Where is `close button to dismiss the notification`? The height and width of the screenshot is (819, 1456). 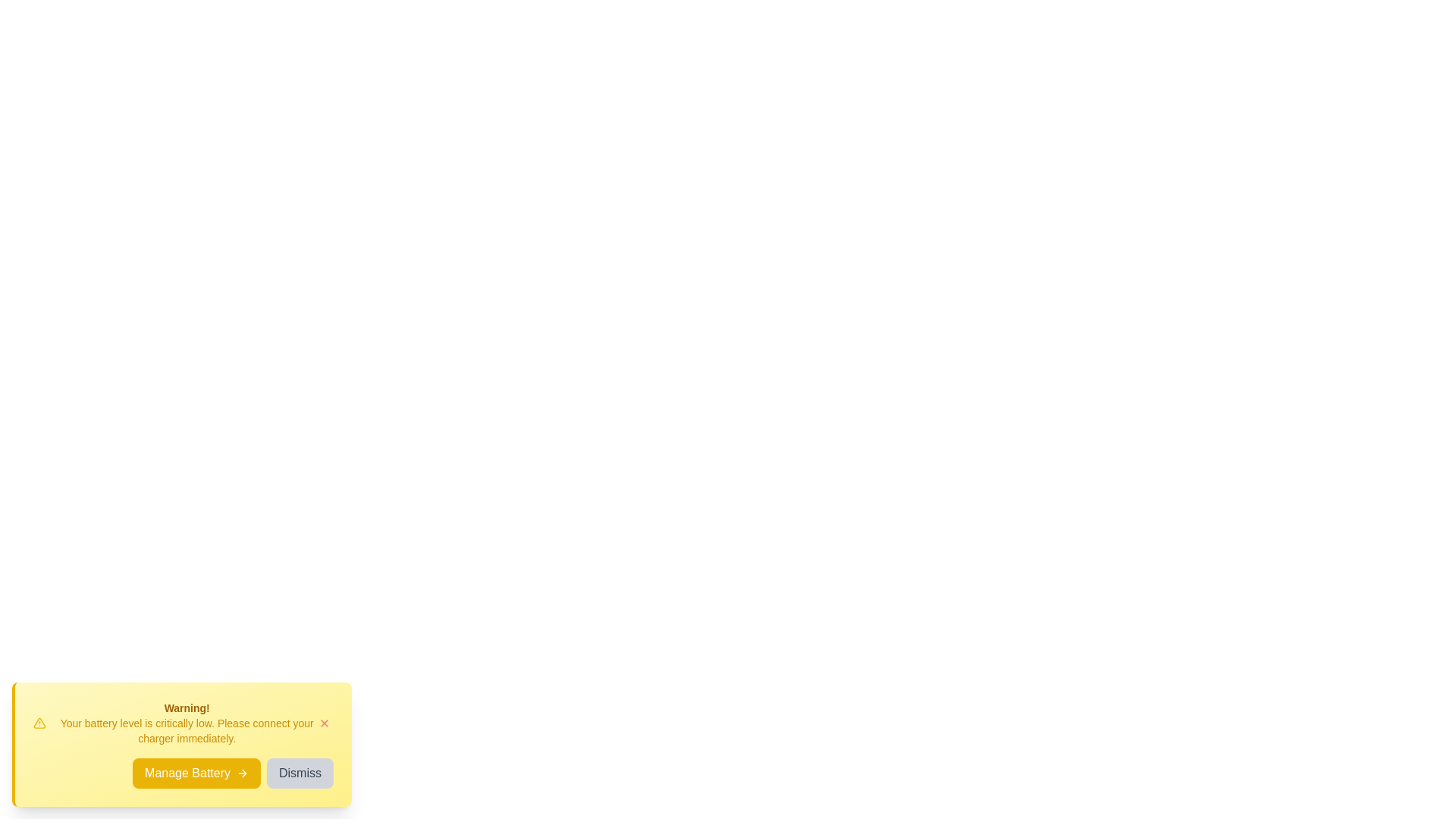 close button to dismiss the notification is located at coordinates (323, 722).